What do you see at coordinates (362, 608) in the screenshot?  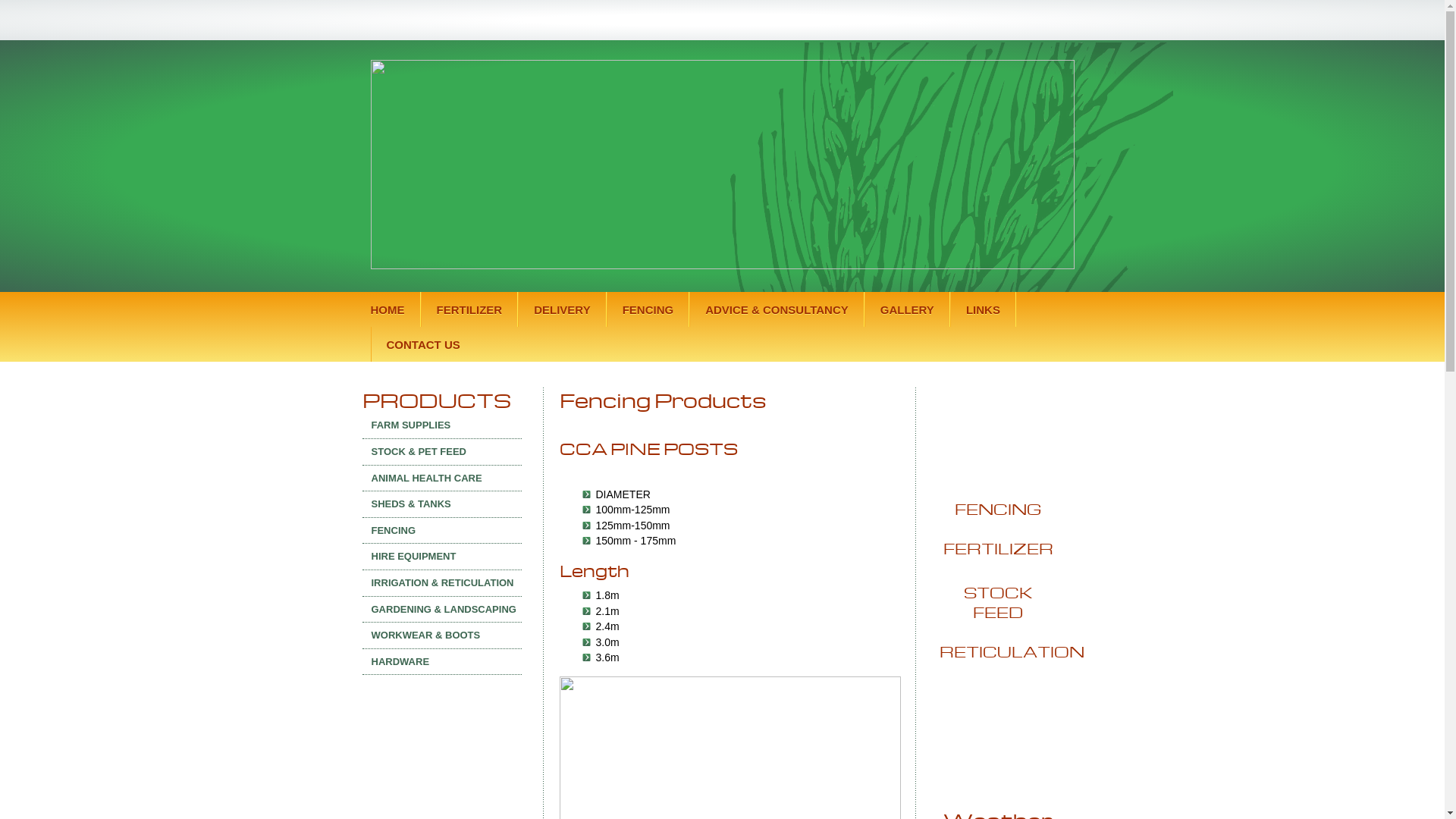 I see `'GARDENING & LANDSCAPING'` at bounding box center [362, 608].